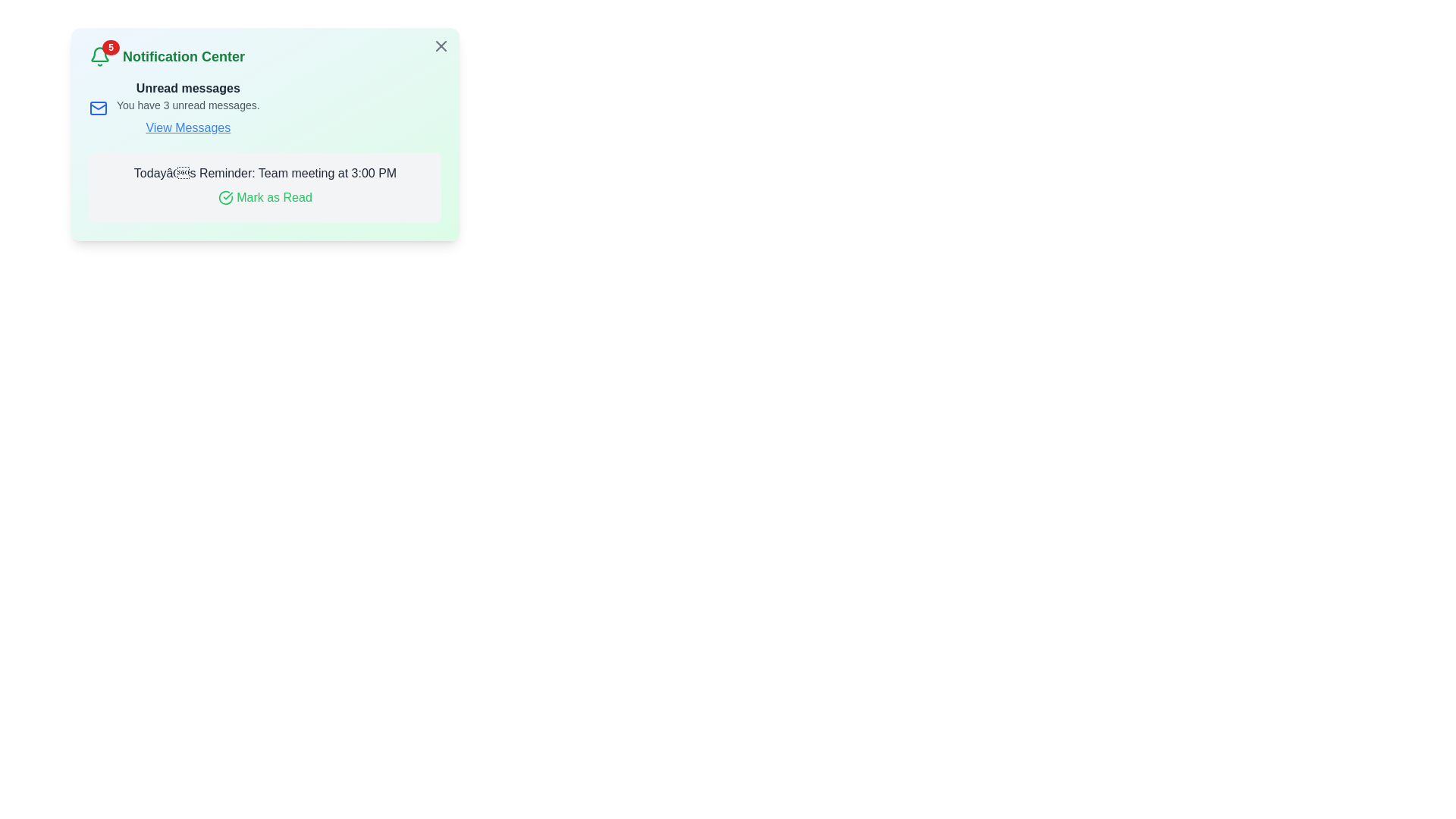 This screenshot has width=1456, height=819. Describe the element at coordinates (187, 104) in the screenshot. I see `text label that displays 'You have 3 unread messages.' which is located below the 'Unread messages' label in the notification panel` at that location.